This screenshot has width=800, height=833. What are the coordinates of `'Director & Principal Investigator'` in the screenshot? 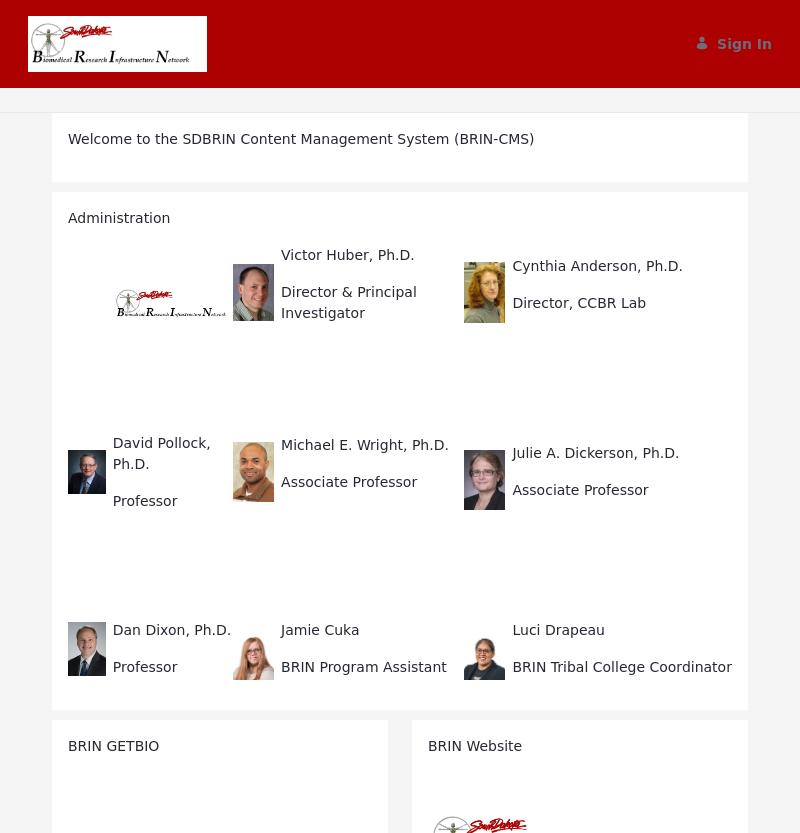 It's located at (281, 301).